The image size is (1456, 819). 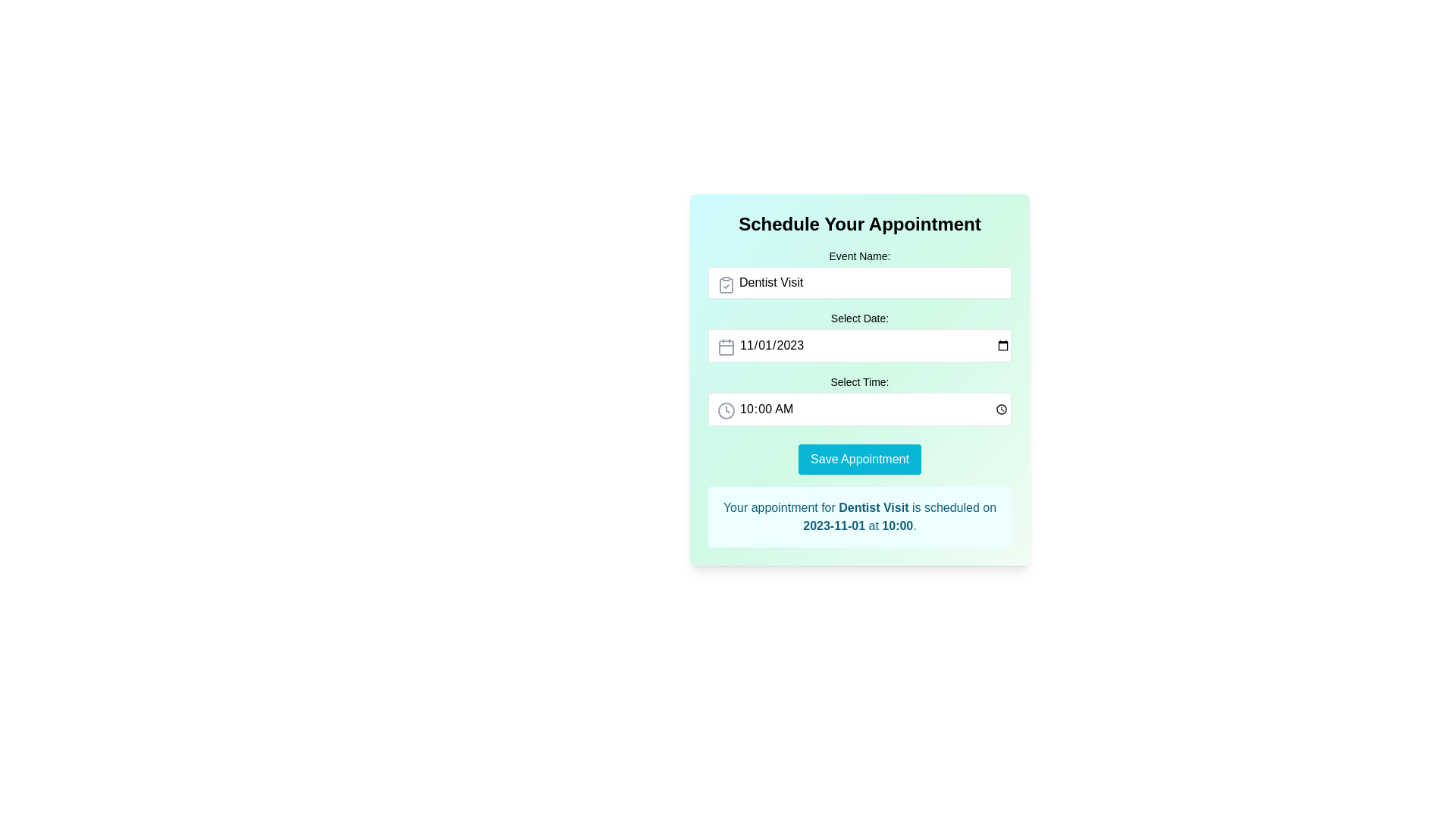 I want to click on the labeled input field at the top of the scheduling form to focus and edit the event name, so click(x=859, y=274).